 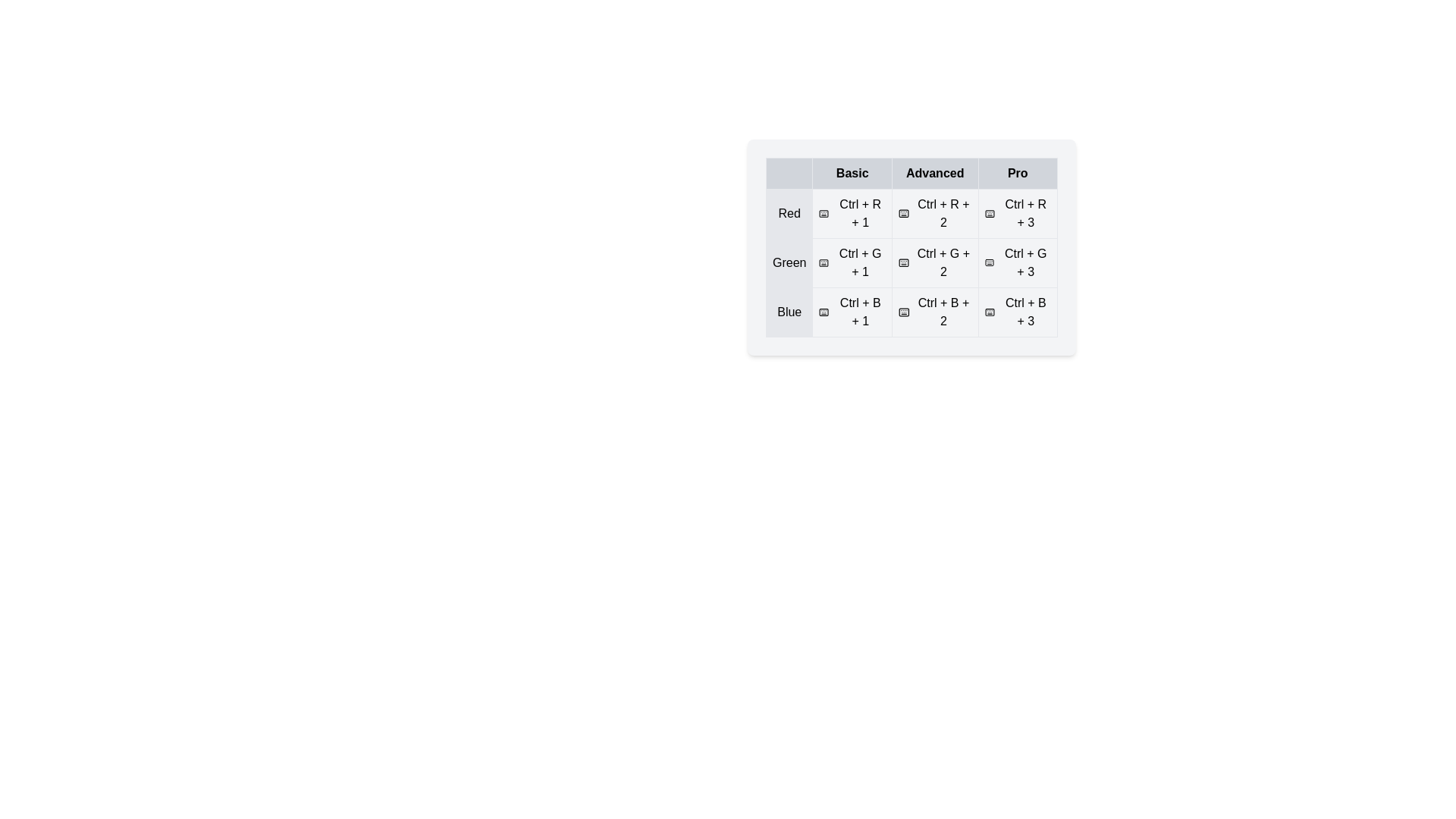 I want to click on the button-like visual element in the second cell of the 'Blue' row under the 'Advanced' column, so click(x=934, y=312).